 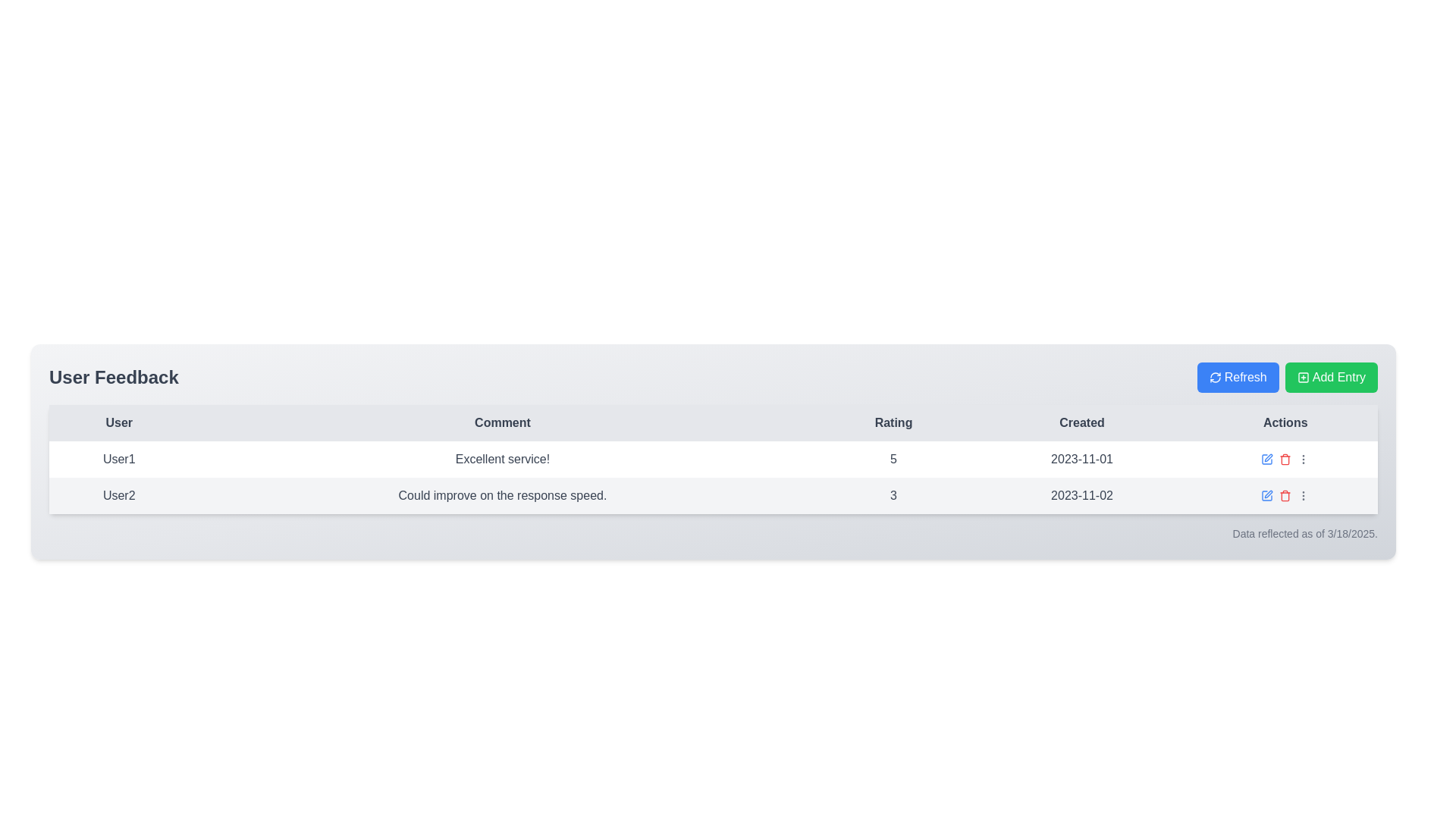 I want to click on the red trash can icon located in the 'Actions' column of the second row, so click(x=1285, y=496).